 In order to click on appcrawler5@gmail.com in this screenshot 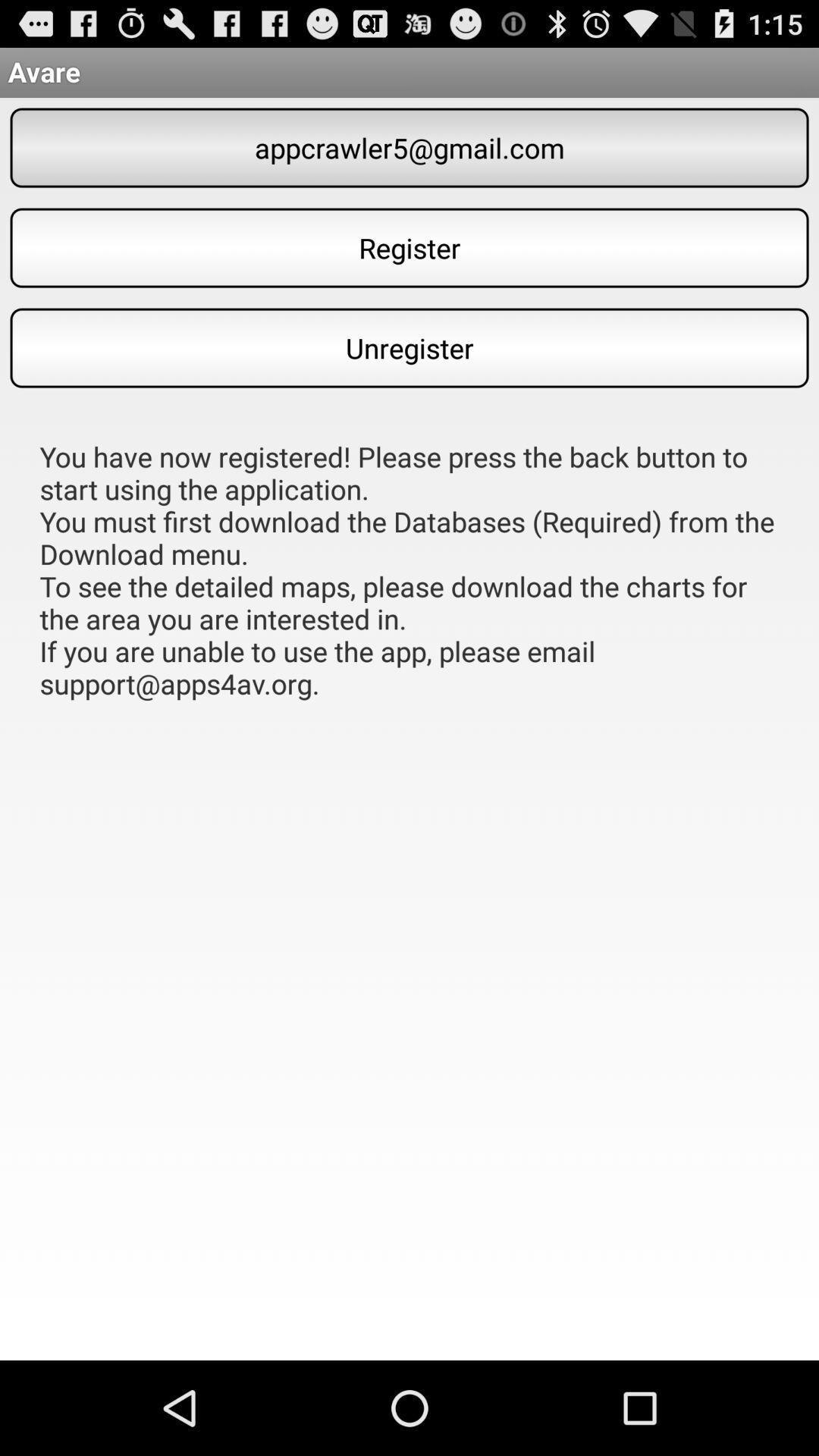, I will do `click(409, 148)`.